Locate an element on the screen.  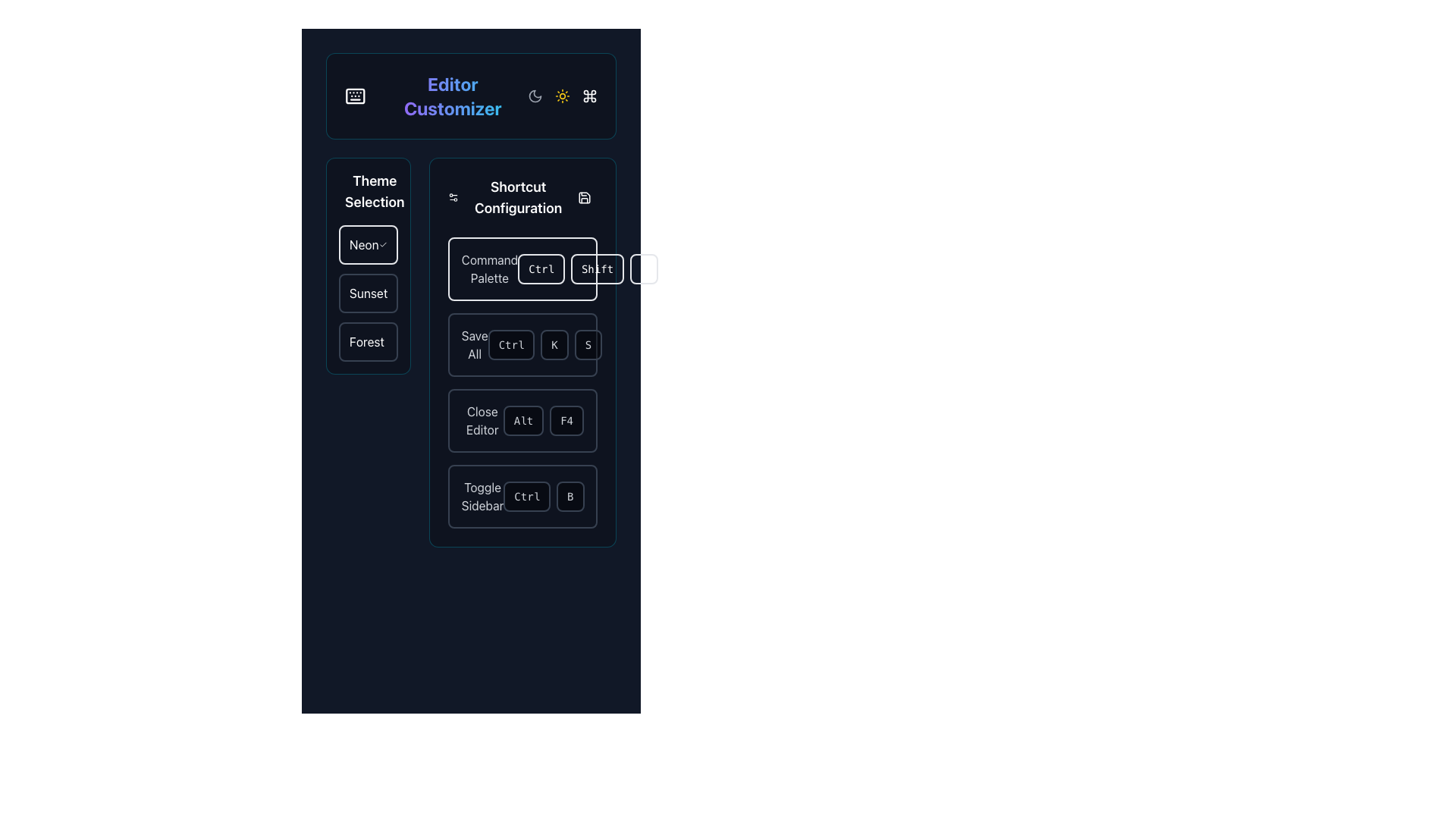
the sun icon located near the title 'Editor Customizer', which toggles or indicates a 'light mode' feature is located at coordinates (562, 96).